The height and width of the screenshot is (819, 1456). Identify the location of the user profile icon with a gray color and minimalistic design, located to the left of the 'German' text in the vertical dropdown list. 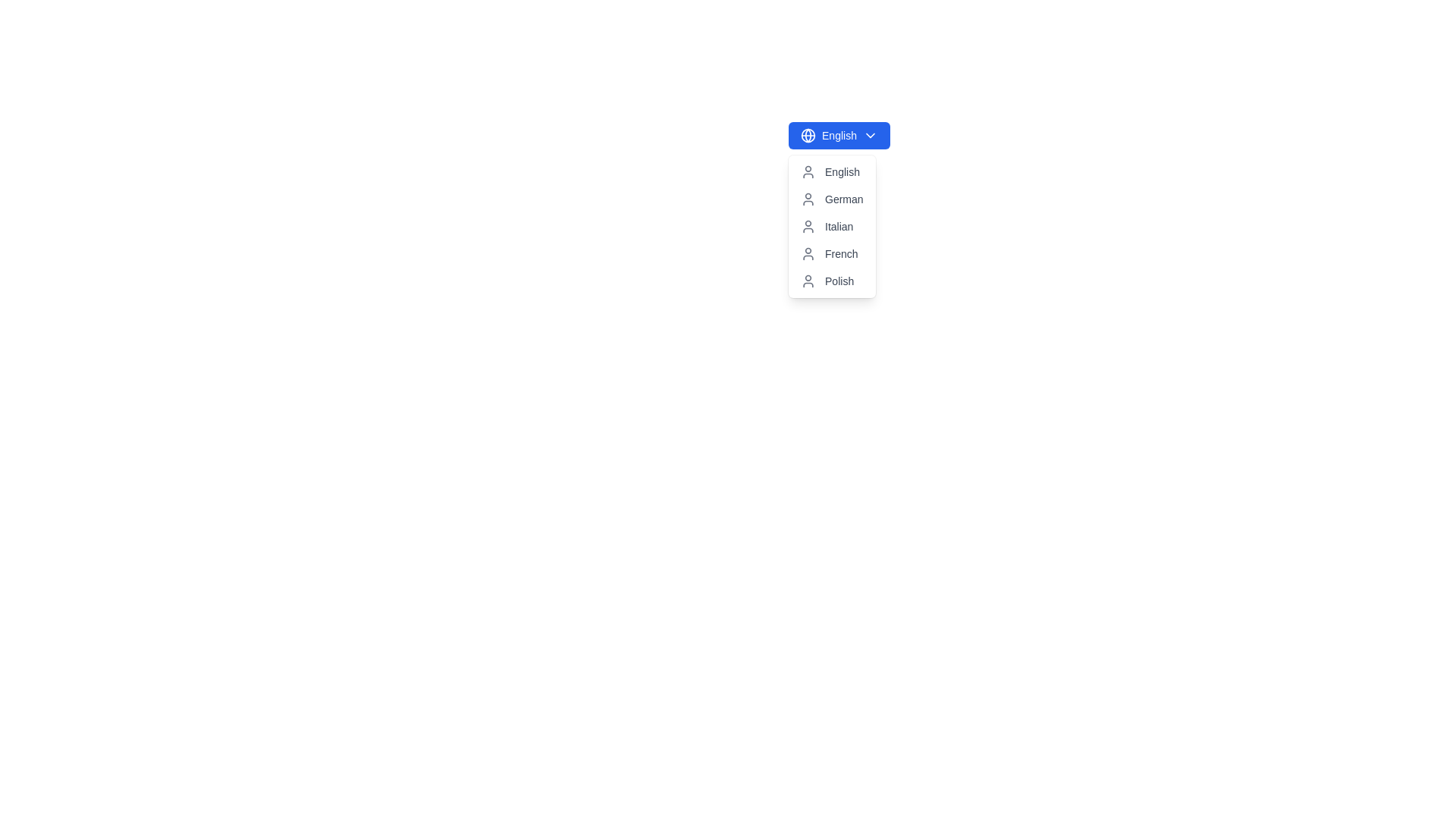
(807, 198).